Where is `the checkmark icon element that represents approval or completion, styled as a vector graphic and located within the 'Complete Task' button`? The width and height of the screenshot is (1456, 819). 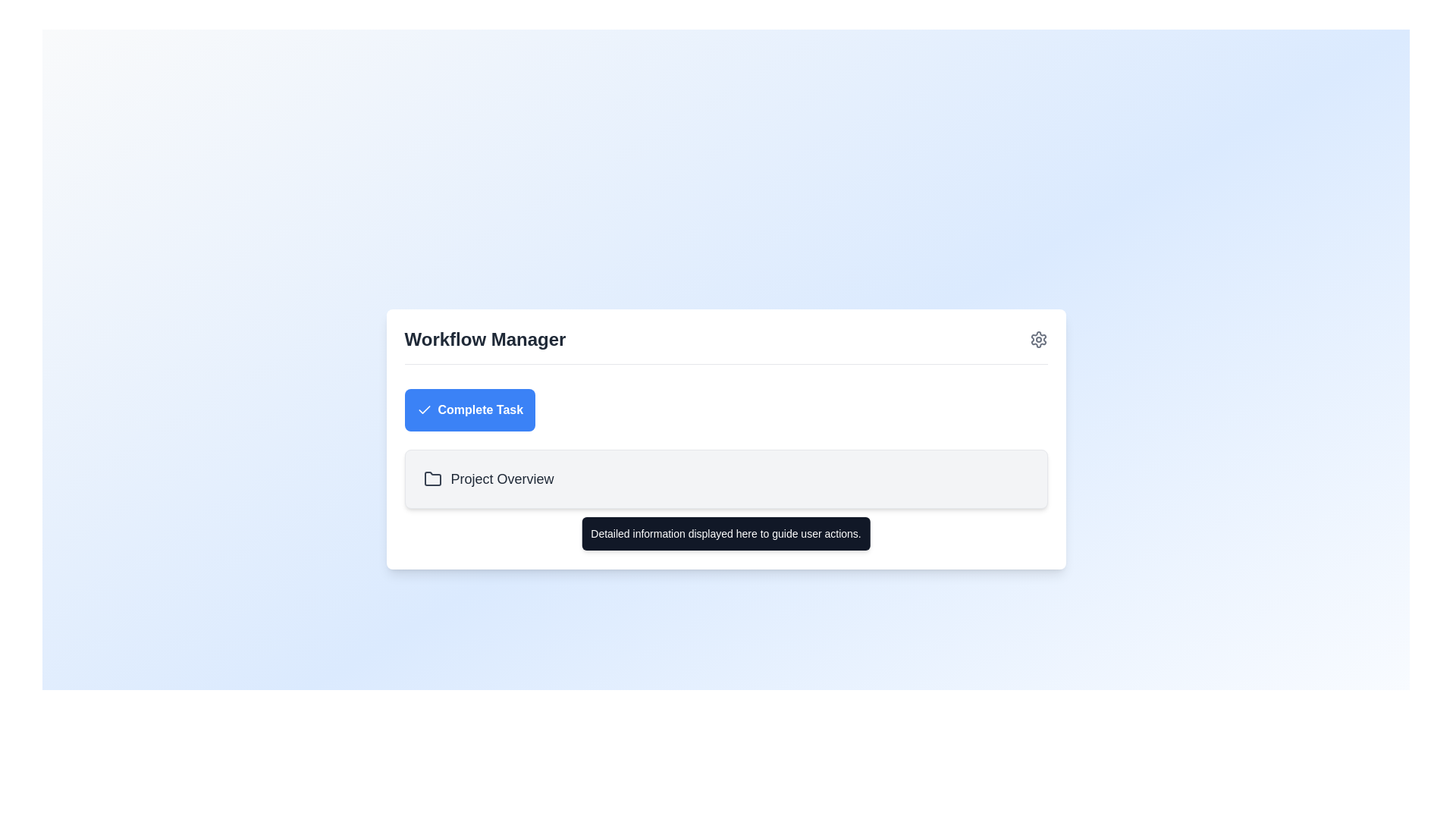
the checkmark icon element that represents approval or completion, styled as a vector graphic and located within the 'Complete Task' button is located at coordinates (424, 409).